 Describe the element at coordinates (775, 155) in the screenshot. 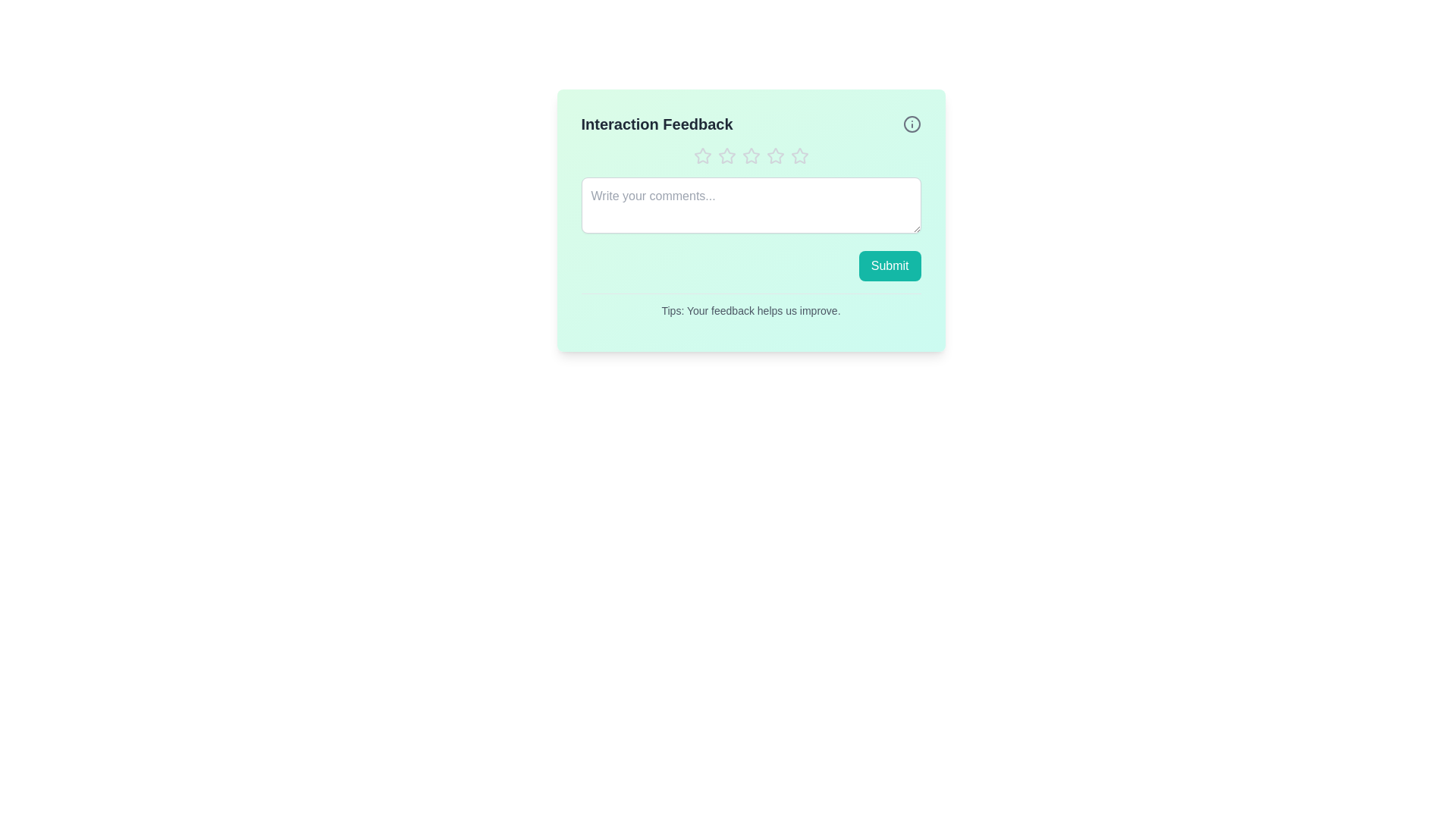

I see `the star corresponding to the desired rating 4` at that location.